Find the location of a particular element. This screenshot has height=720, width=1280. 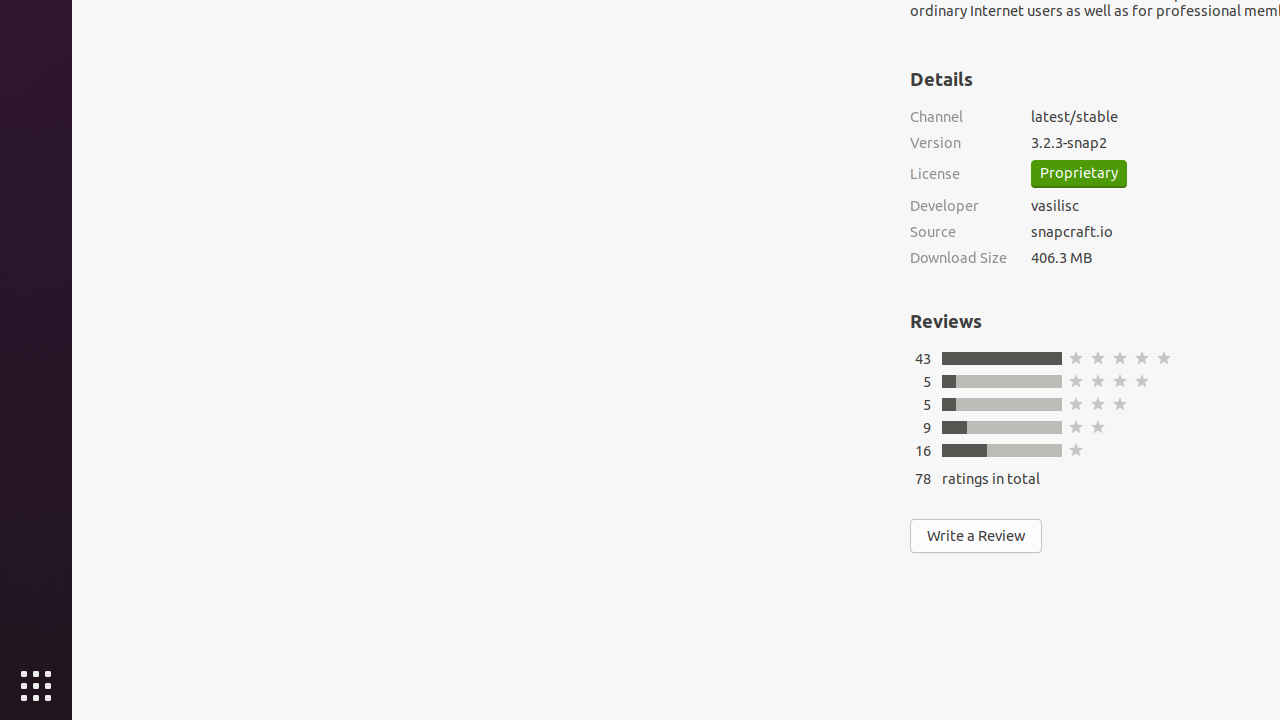

'License' is located at coordinates (957, 173).